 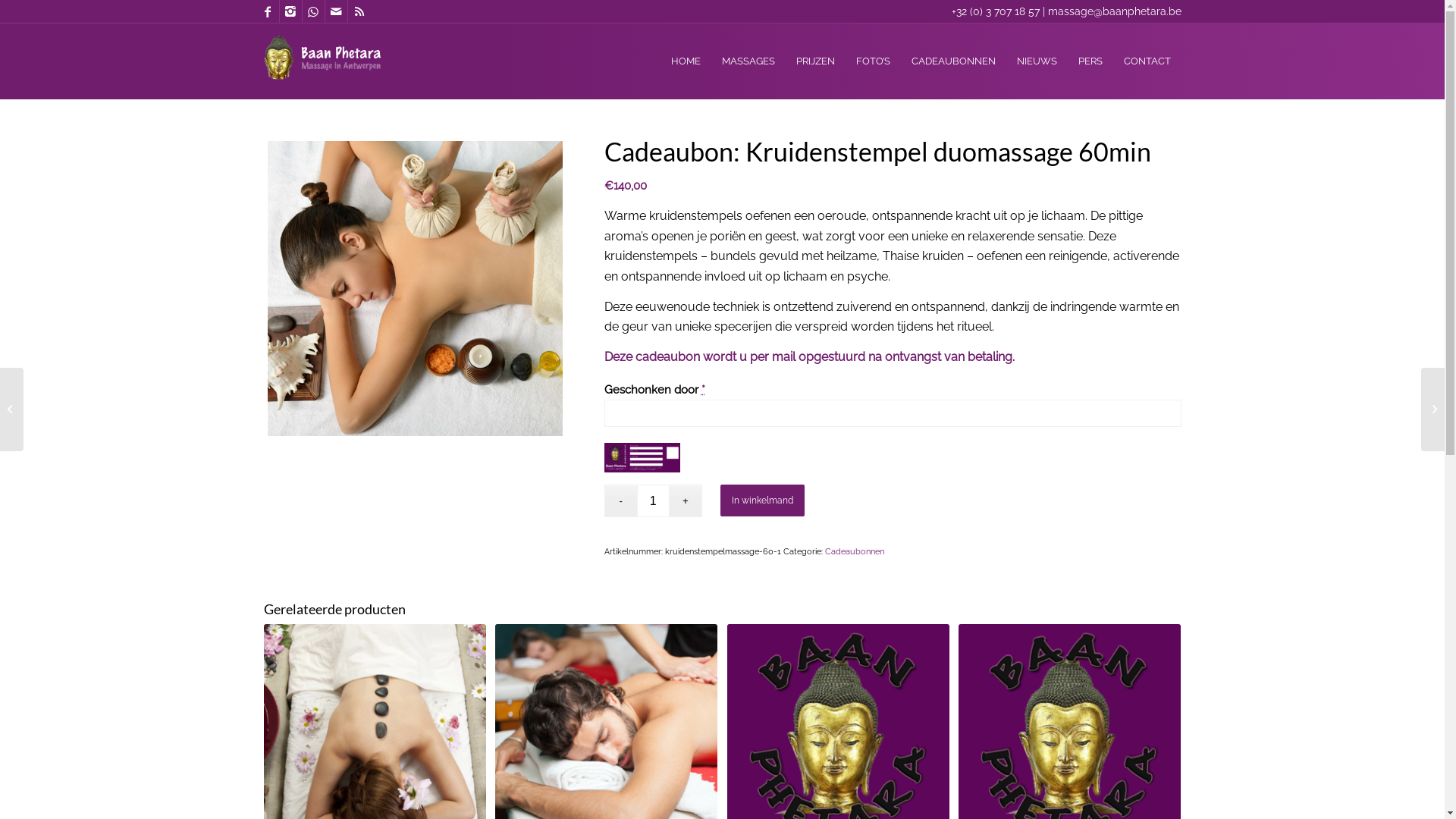 What do you see at coordinates (1090, 61) in the screenshot?
I see `'PERS'` at bounding box center [1090, 61].